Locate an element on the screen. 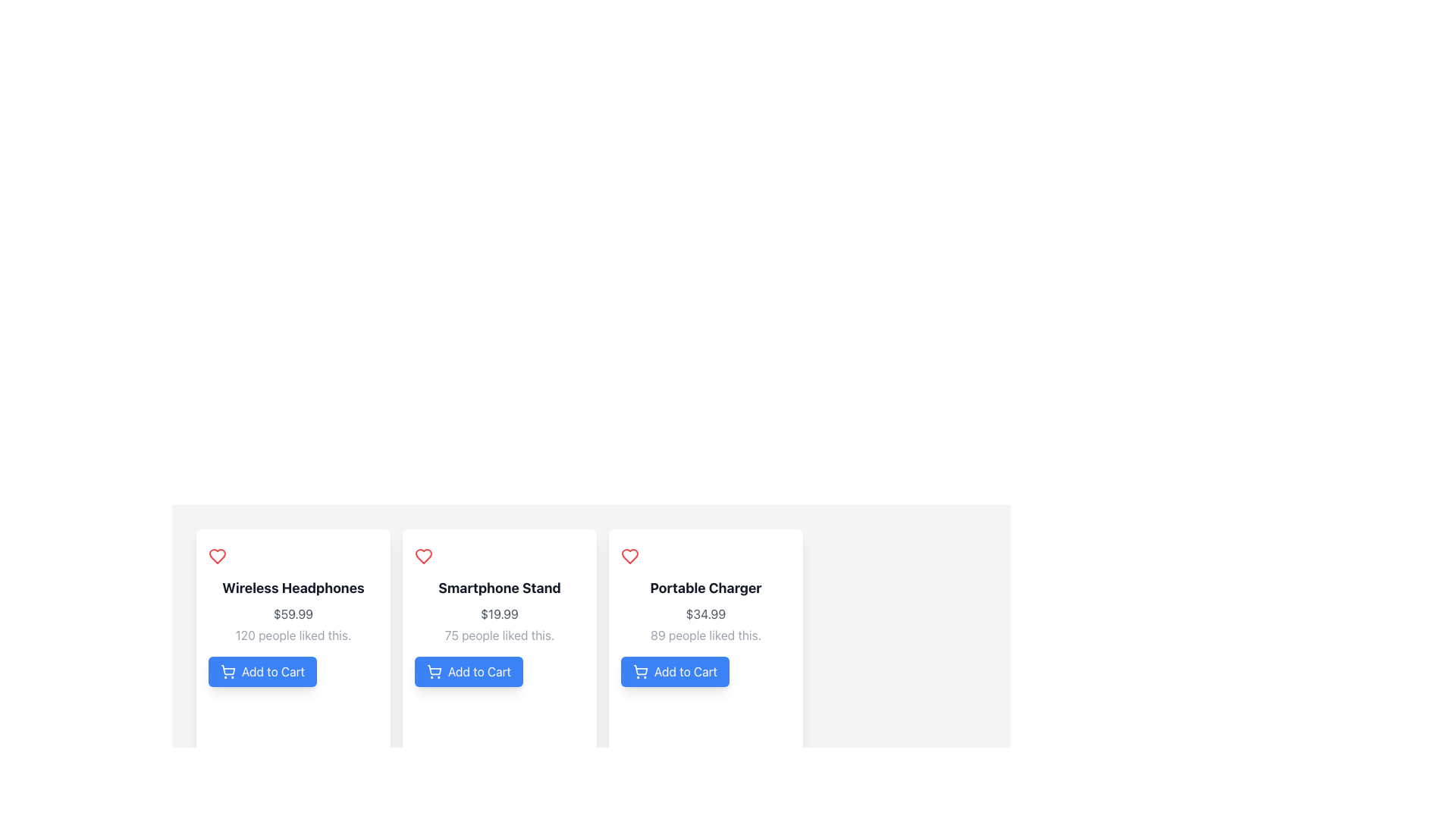  the Text Label that indicates the popularity of the product, located under the price '$59.99' and above the 'Add to Cart' button in the leftmost product card titled 'Wireless Headphones' is located at coordinates (293, 635).